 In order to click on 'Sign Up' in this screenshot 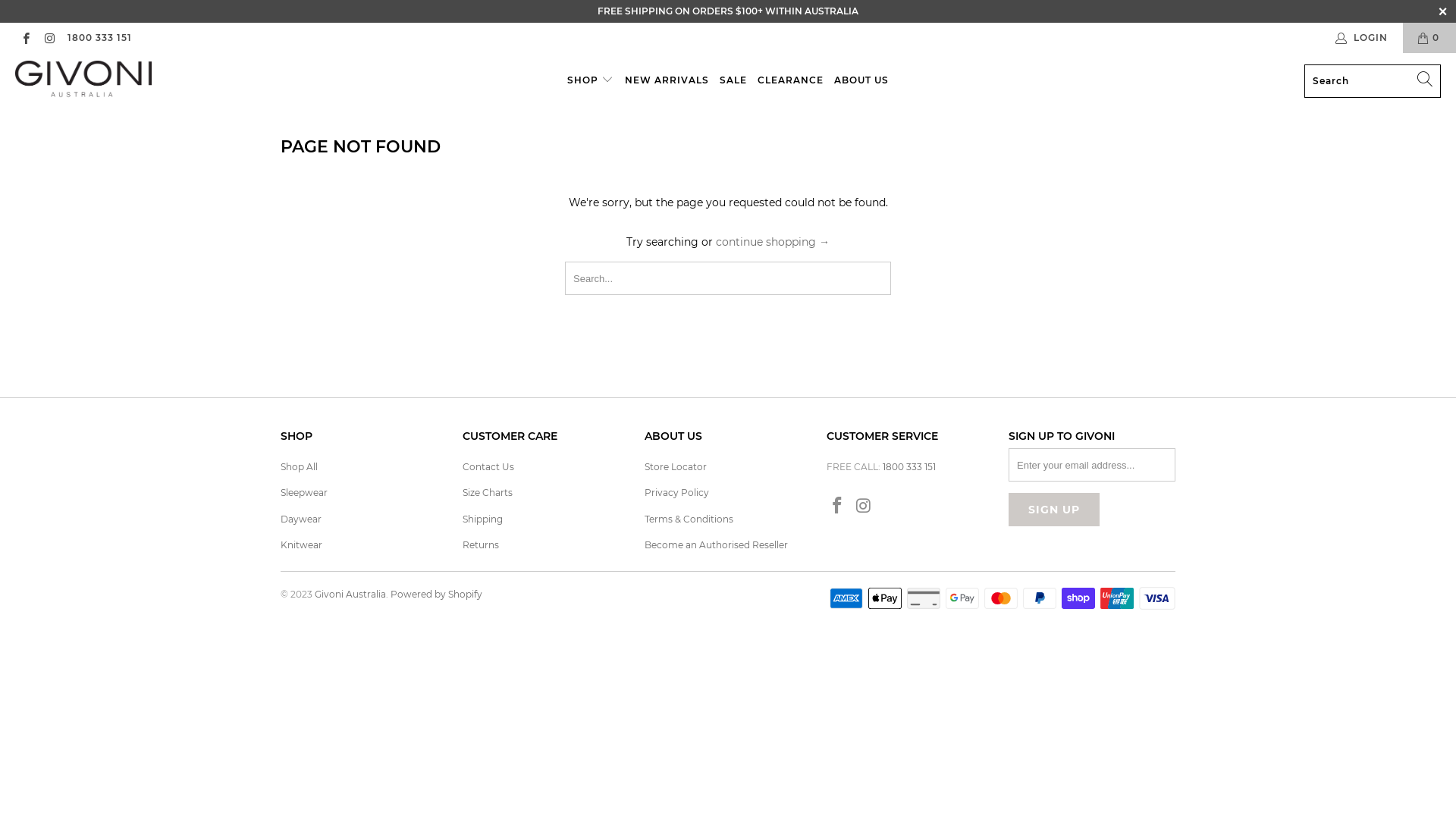, I will do `click(1008, 509)`.